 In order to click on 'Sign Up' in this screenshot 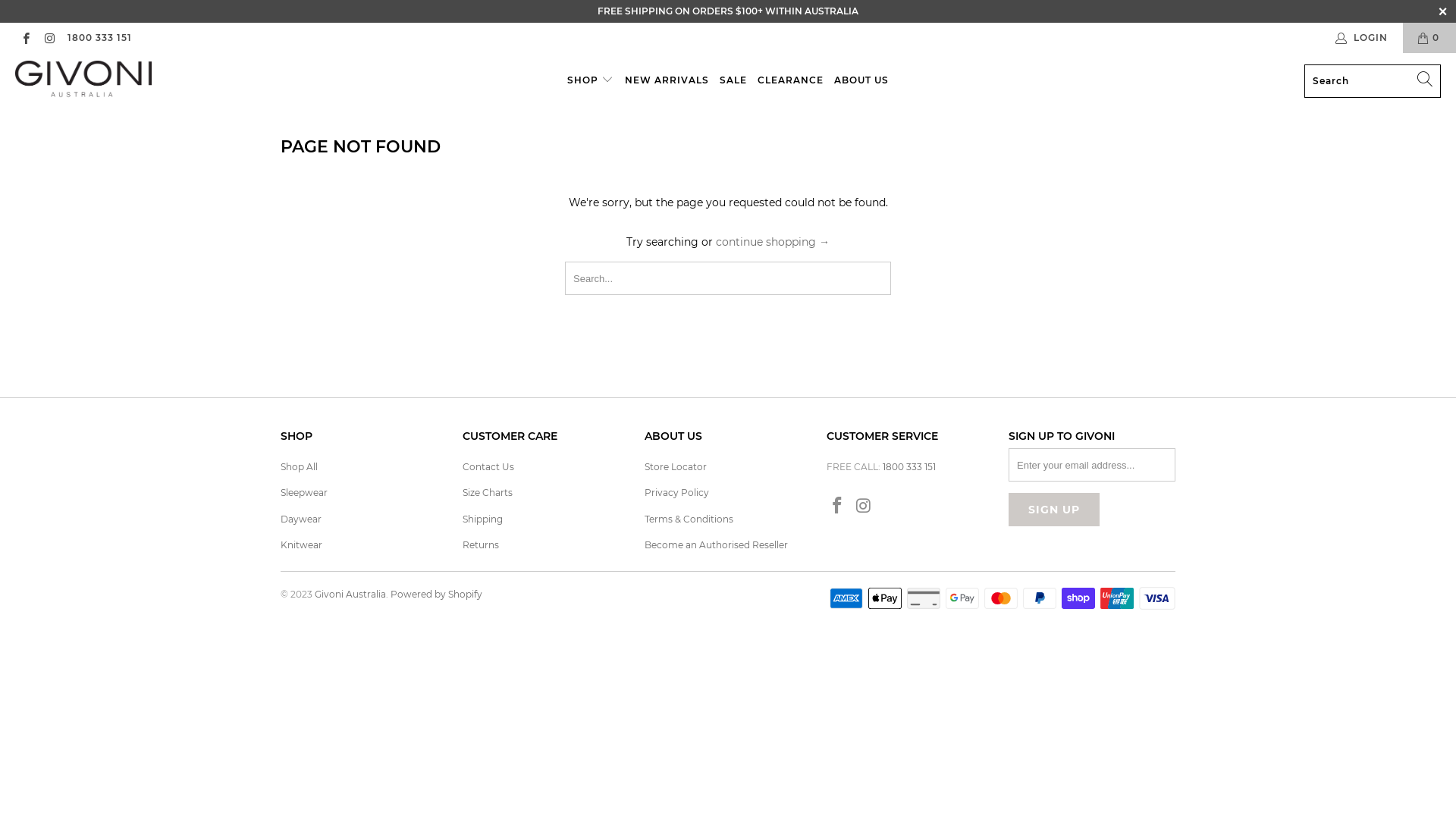, I will do `click(1008, 509)`.